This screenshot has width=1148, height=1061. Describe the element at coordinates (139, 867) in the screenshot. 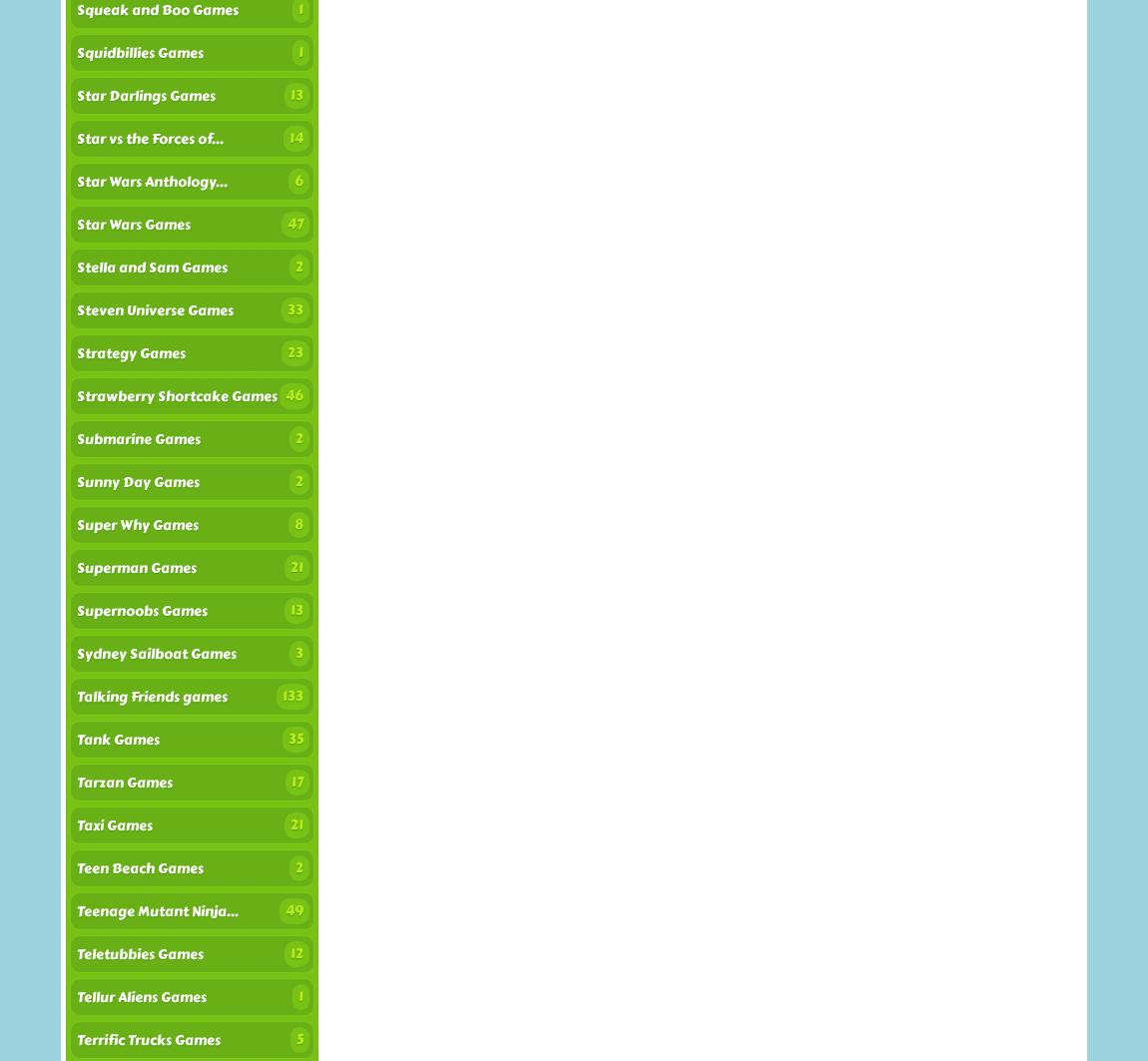

I see `'Teen Beach Games'` at that location.